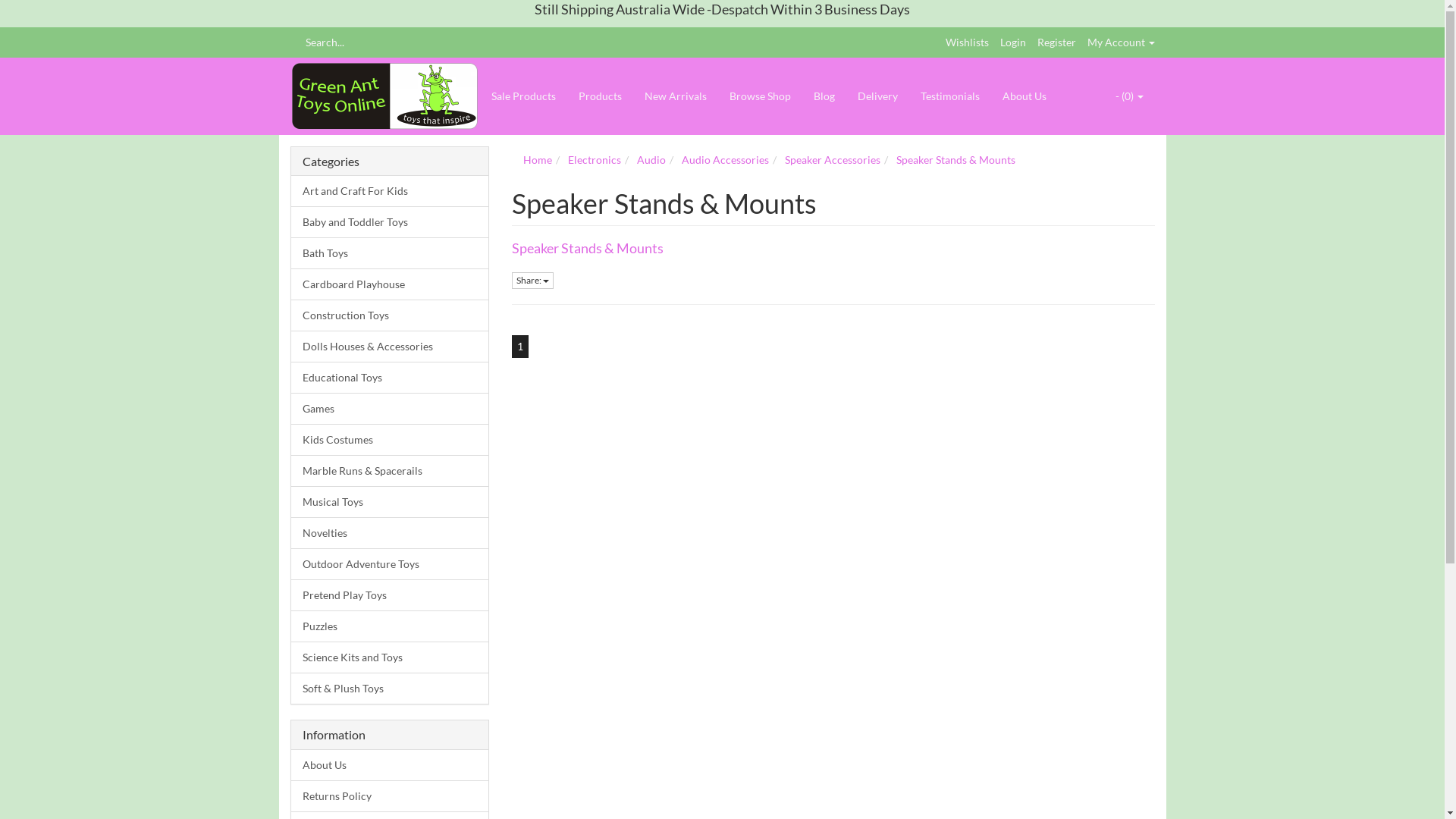  Describe the element at coordinates (390, 656) in the screenshot. I see `'Science Kits and Toys'` at that location.